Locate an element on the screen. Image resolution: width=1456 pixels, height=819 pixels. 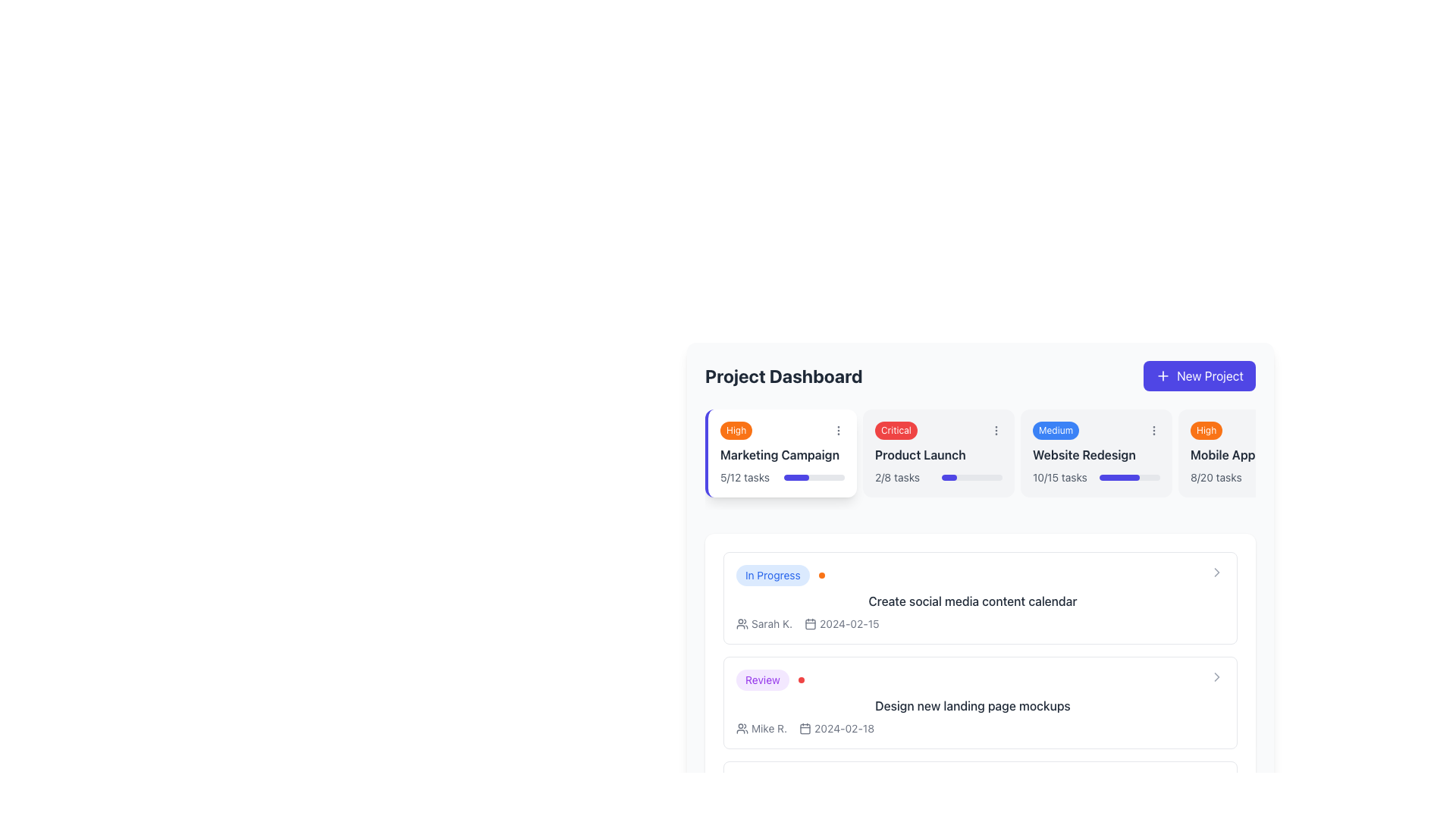
text label of the Progress indicator located under the 'Product Launch' card in the 'Project Dashboard' section to understand the task progress is located at coordinates (938, 476).